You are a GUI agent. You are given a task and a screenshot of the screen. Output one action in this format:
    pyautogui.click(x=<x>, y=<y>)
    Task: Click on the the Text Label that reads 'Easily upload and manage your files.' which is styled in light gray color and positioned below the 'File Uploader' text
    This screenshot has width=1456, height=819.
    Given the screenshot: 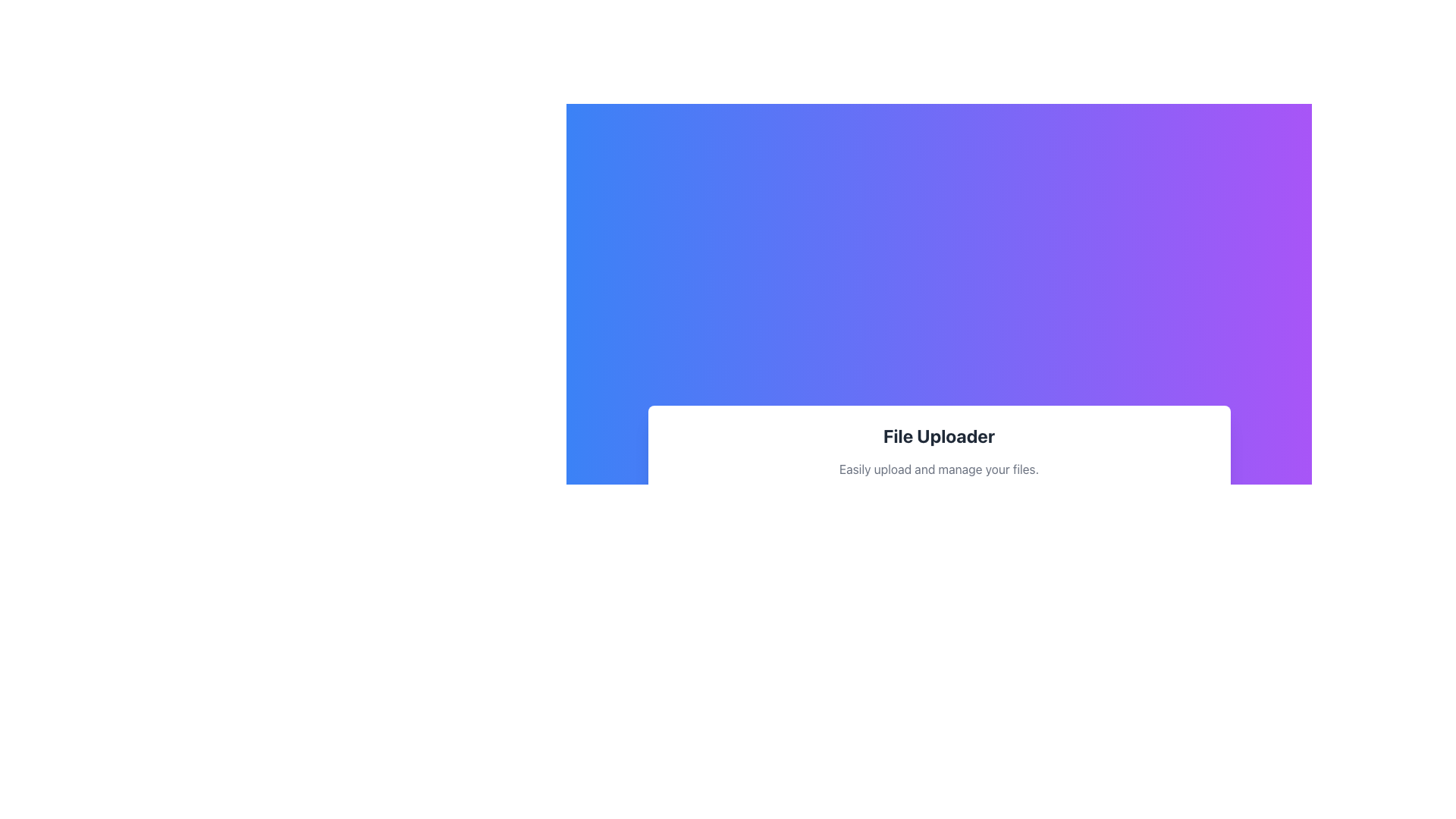 What is the action you would take?
    pyautogui.click(x=938, y=468)
    